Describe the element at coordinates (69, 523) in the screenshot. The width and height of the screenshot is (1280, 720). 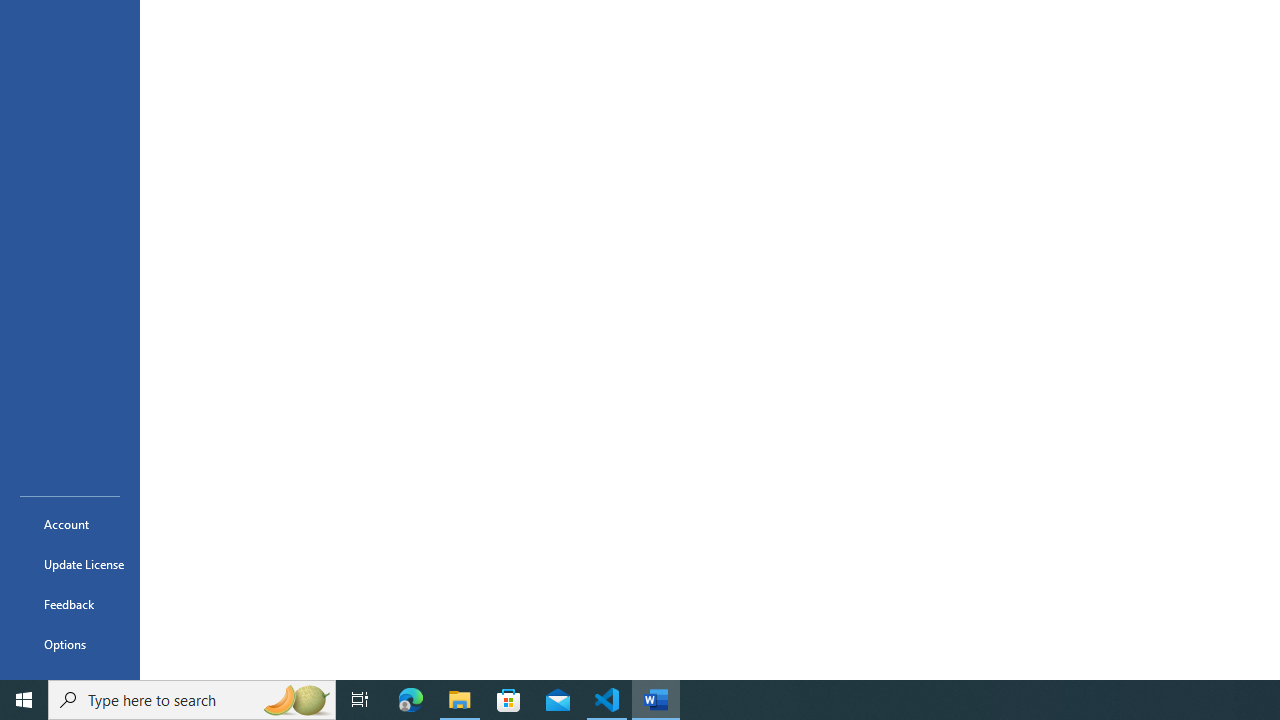
I see `'Account'` at that location.